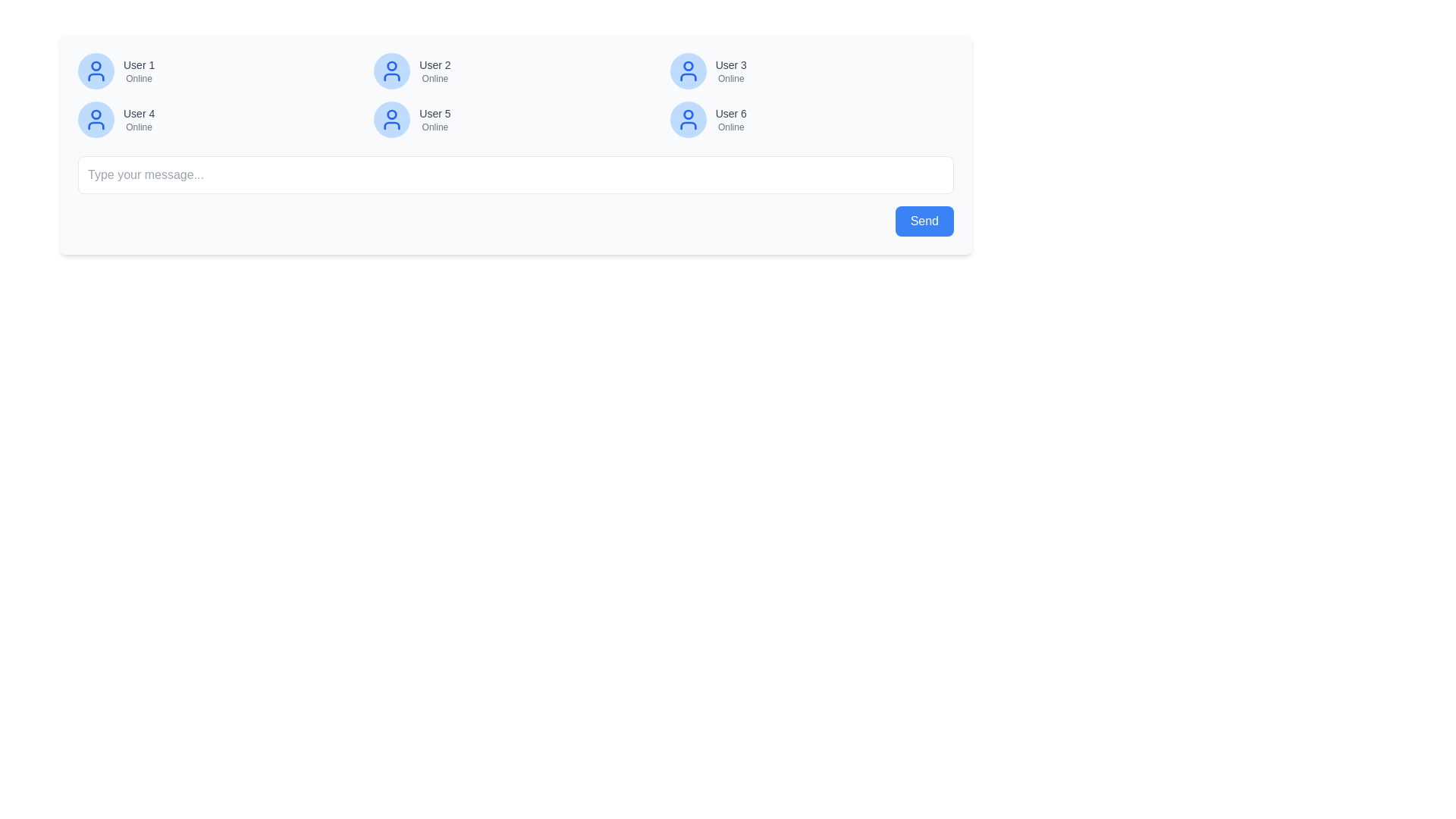 This screenshot has height=819, width=1456. I want to click on the Static Text Label displaying 'User 5', which is centered within the user card and positioned above the 'Online' label, so click(434, 113).